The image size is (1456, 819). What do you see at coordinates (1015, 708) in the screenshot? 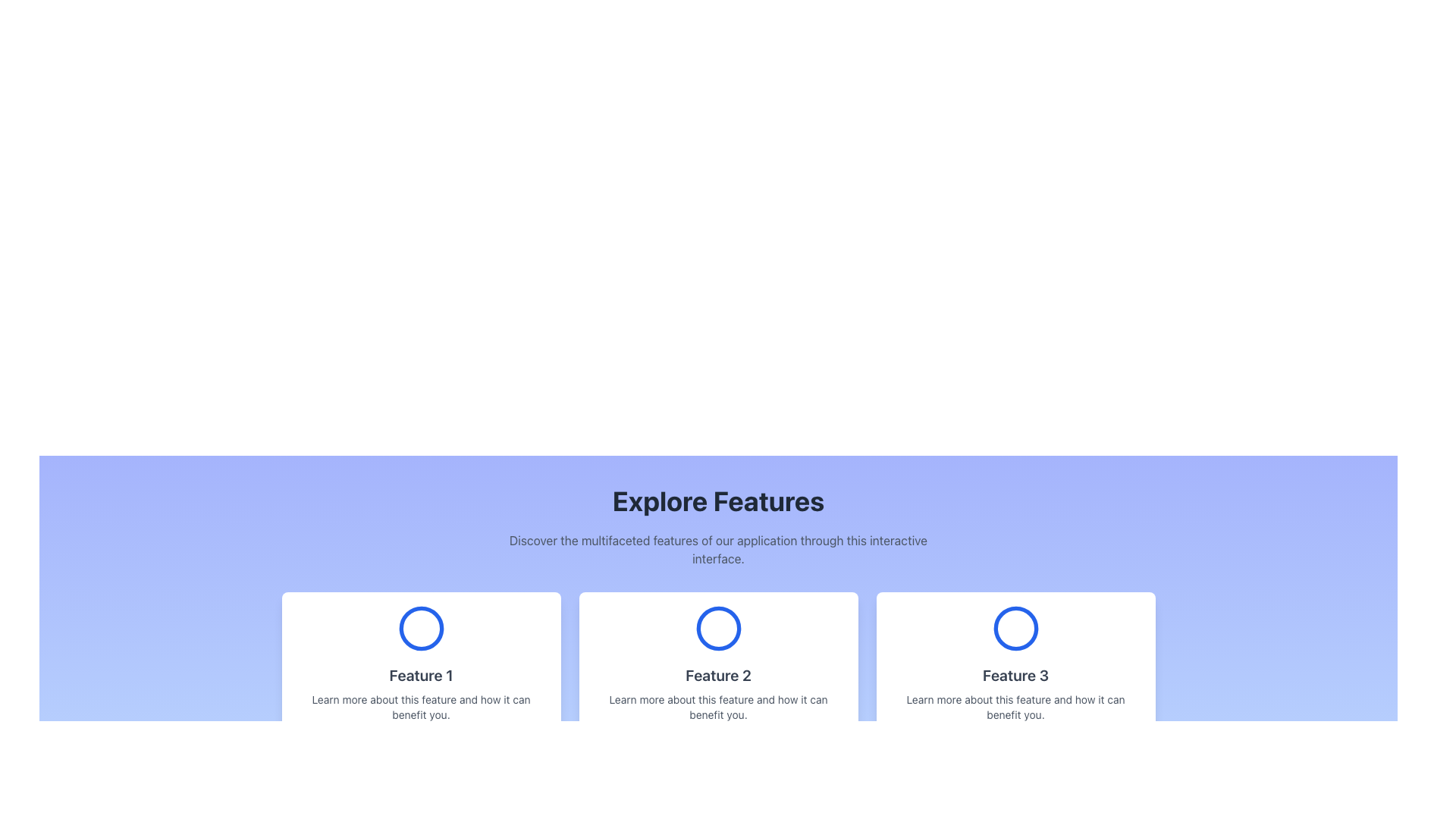
I see `the fourth Text Label element, which is located below the 'Feature 3' text and above the 'View Details' link` at bounding box center [1015, 708].